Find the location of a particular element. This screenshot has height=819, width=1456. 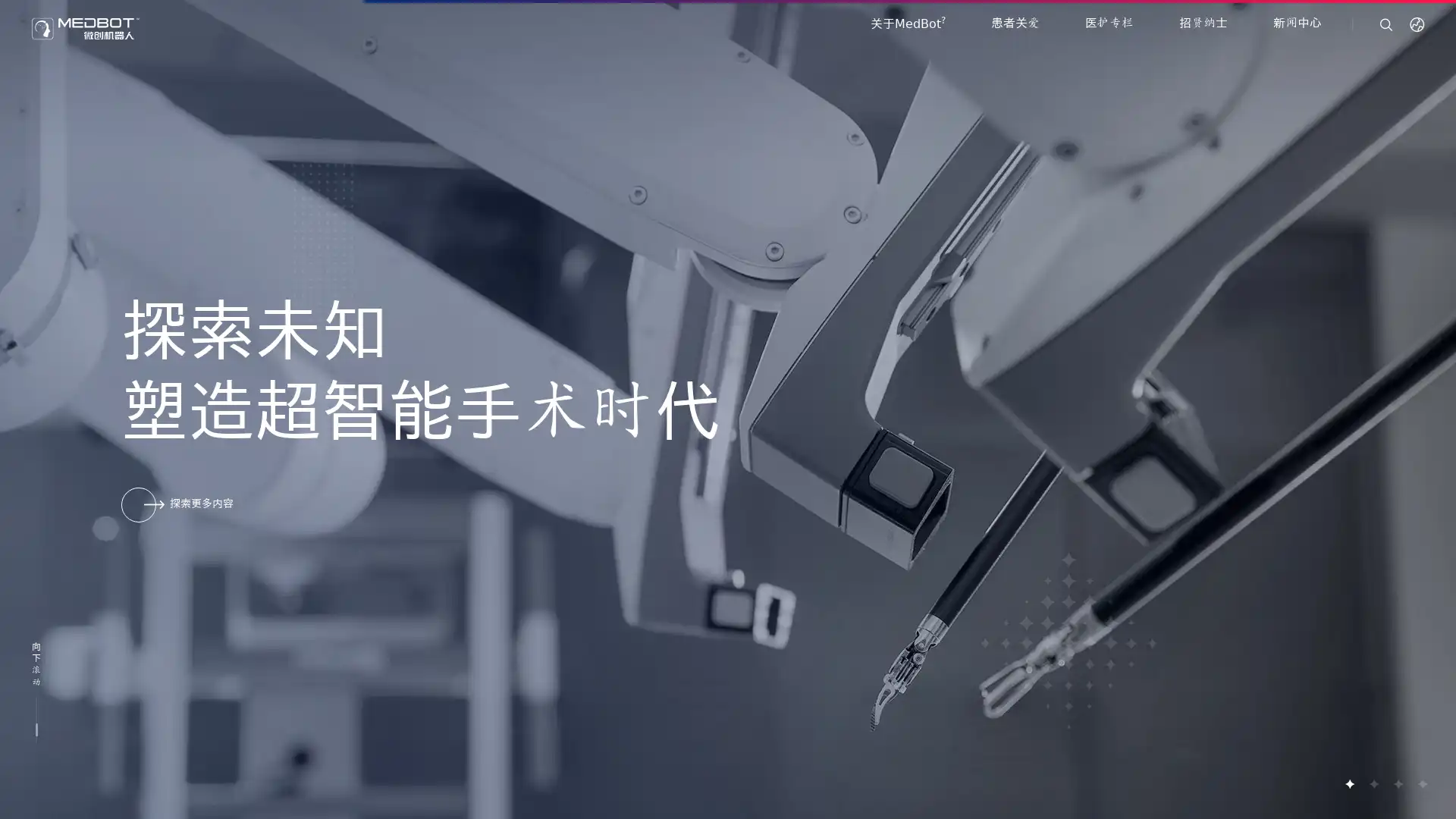

Go to slide 3 is located at coordinates (1397, 783).